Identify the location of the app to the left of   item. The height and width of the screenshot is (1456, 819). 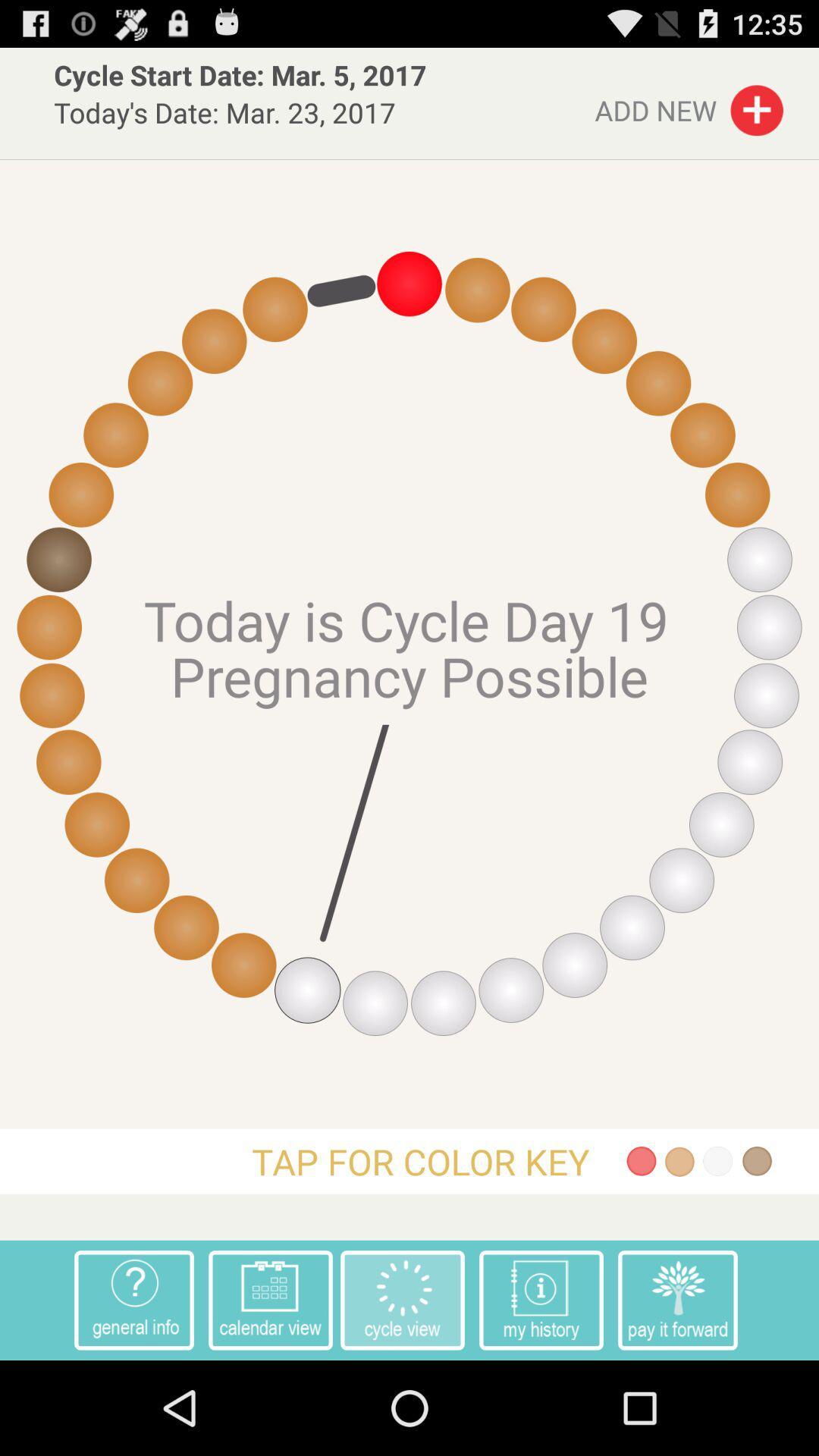
(677, 1299).